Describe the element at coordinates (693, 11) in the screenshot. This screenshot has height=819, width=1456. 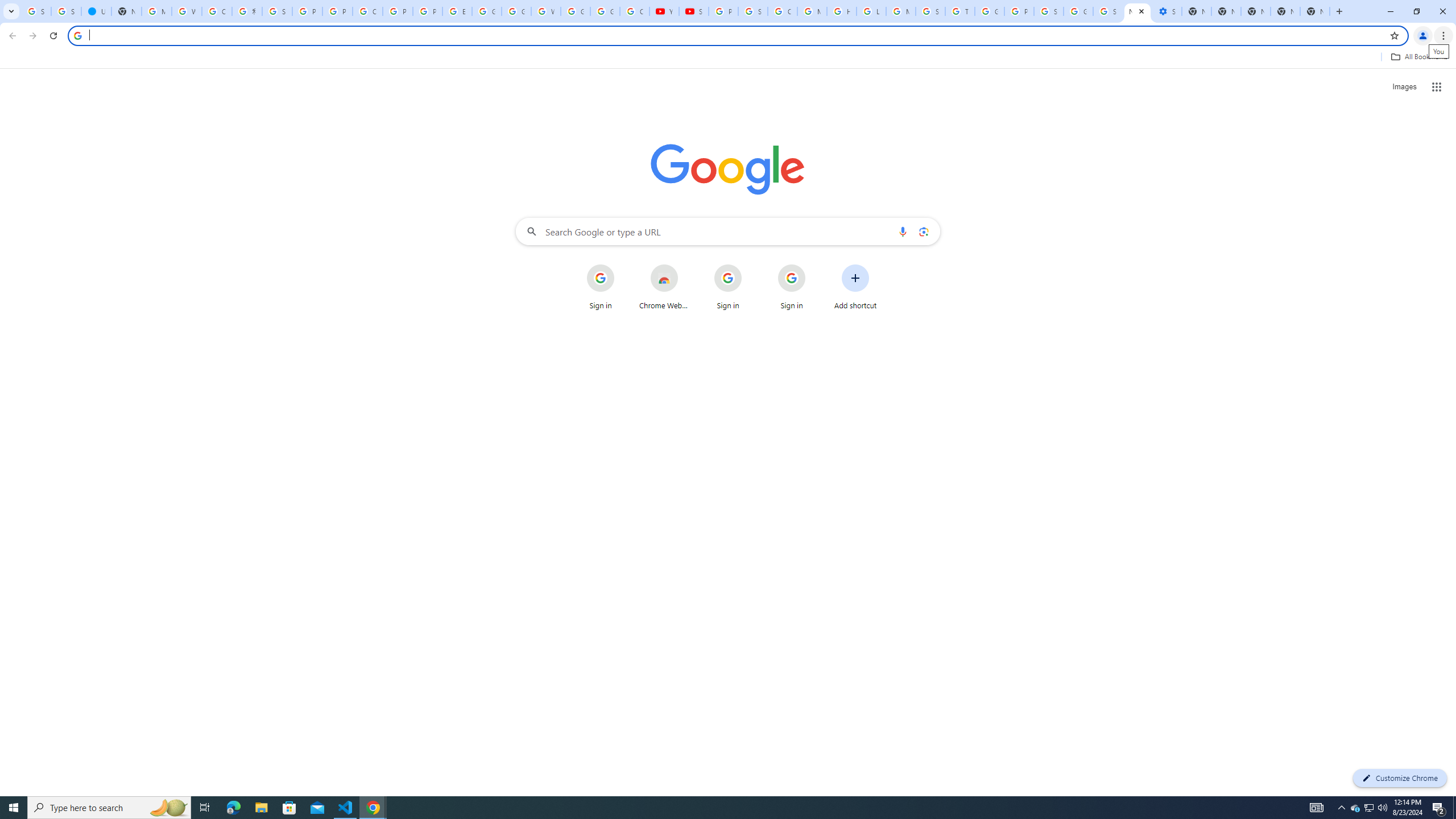
I see `'Subscriptions - YouTube'` at that location.